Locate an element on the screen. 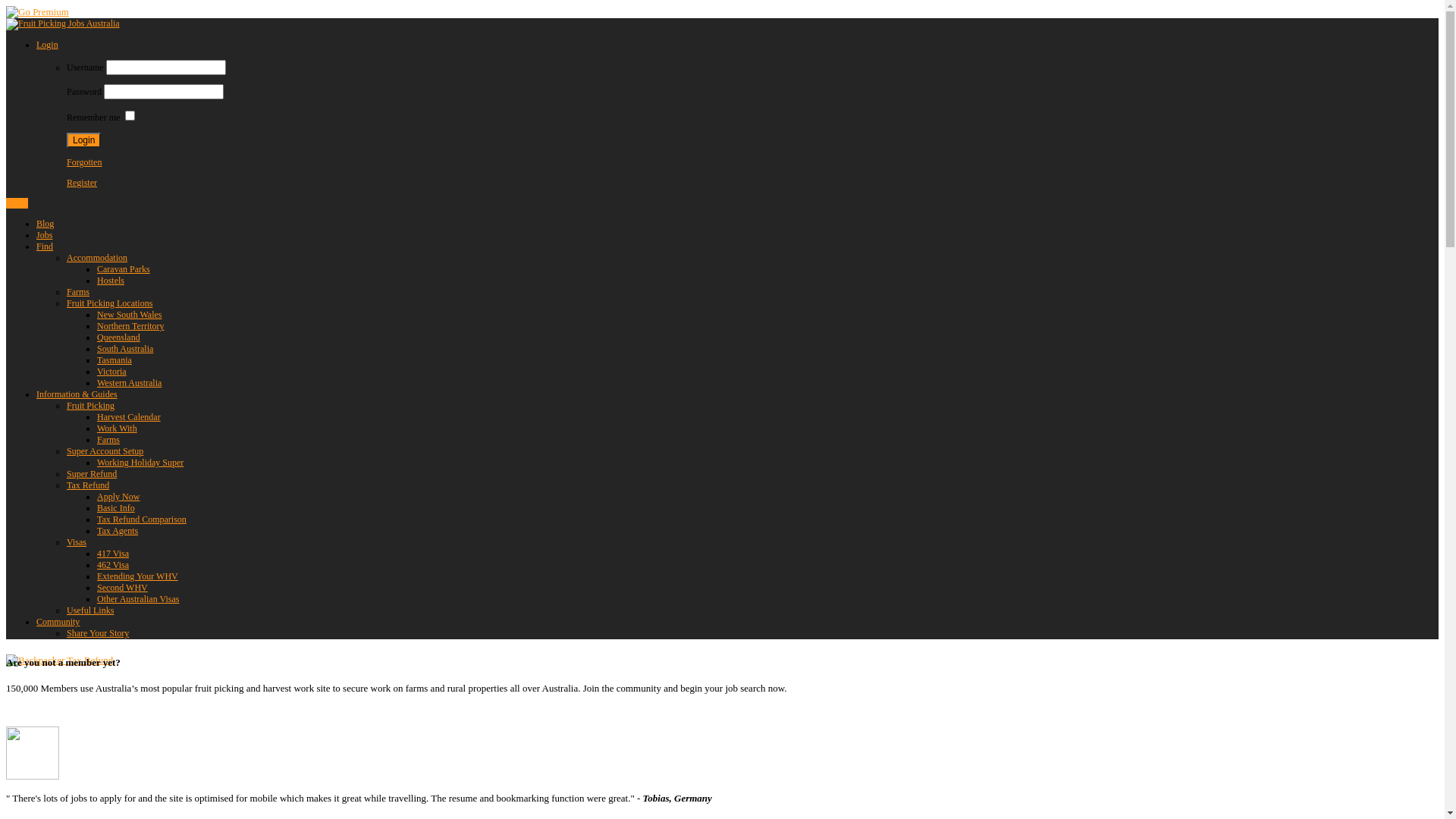 This screenshot has width=1456, height=819. '417 Visa' is located at coordinates (111, 553).